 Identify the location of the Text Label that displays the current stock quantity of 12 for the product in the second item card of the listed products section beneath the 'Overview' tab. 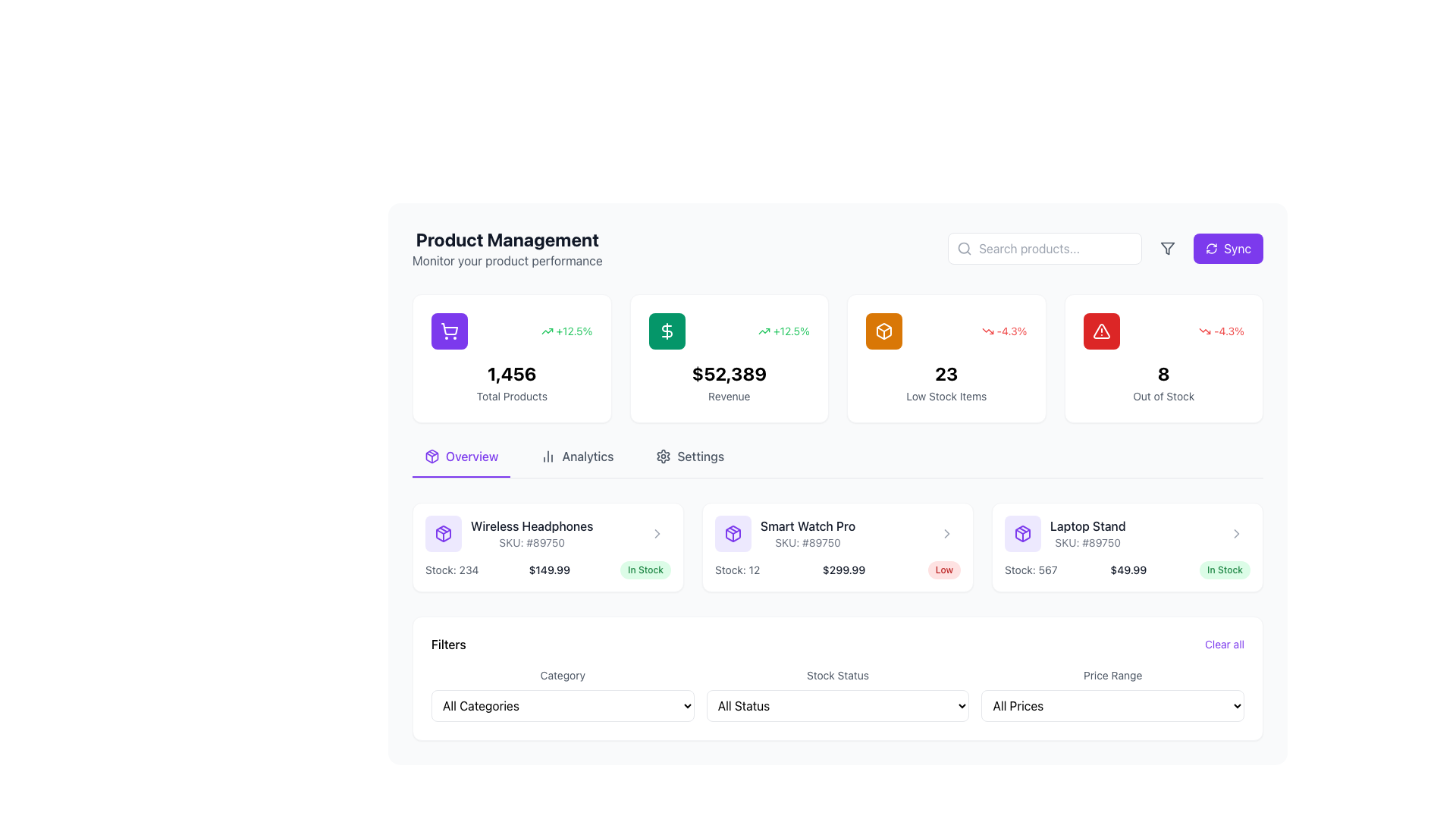
(737, 570).